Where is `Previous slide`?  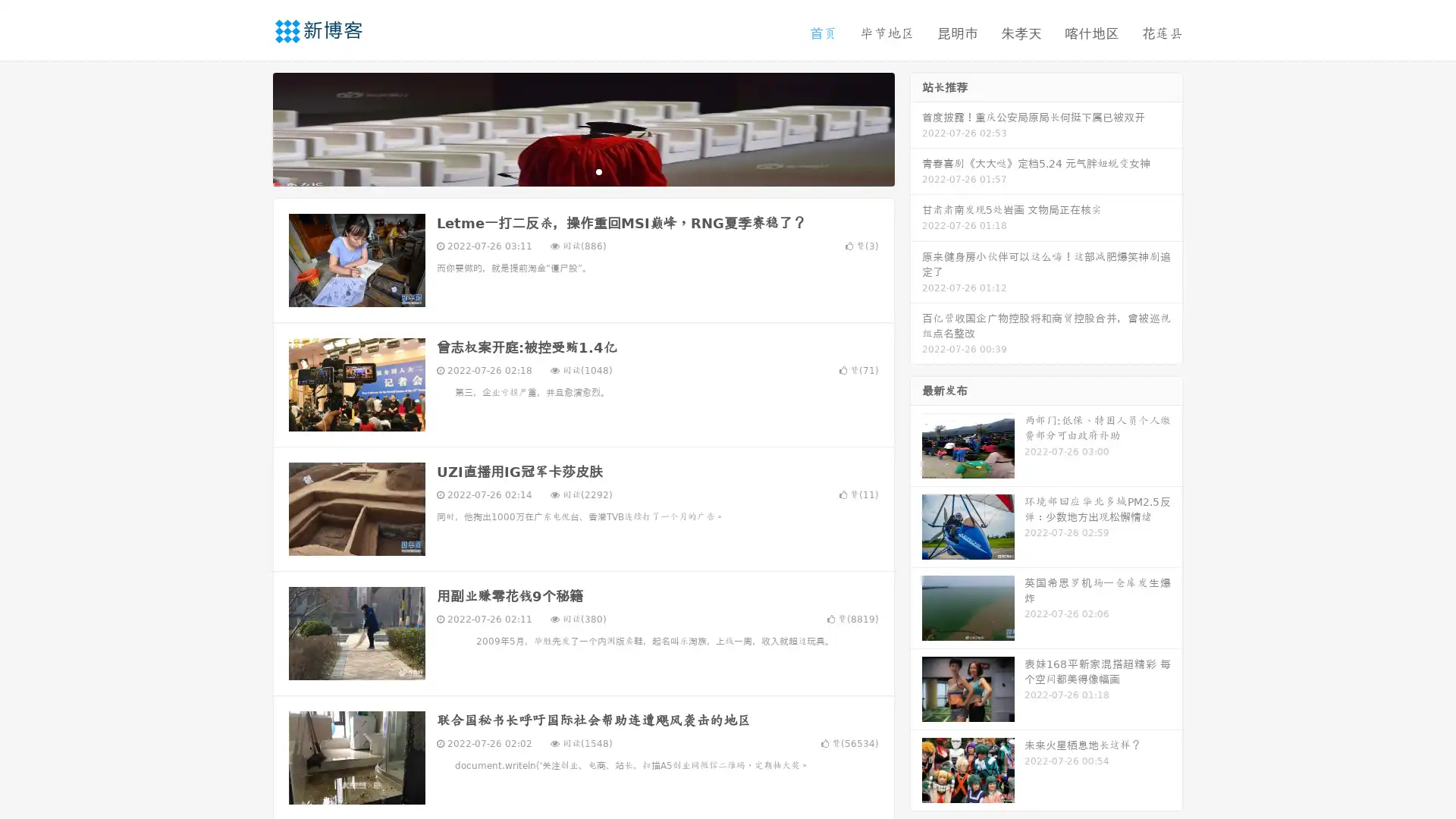
Previous slide is located at coordinates (250, 127).